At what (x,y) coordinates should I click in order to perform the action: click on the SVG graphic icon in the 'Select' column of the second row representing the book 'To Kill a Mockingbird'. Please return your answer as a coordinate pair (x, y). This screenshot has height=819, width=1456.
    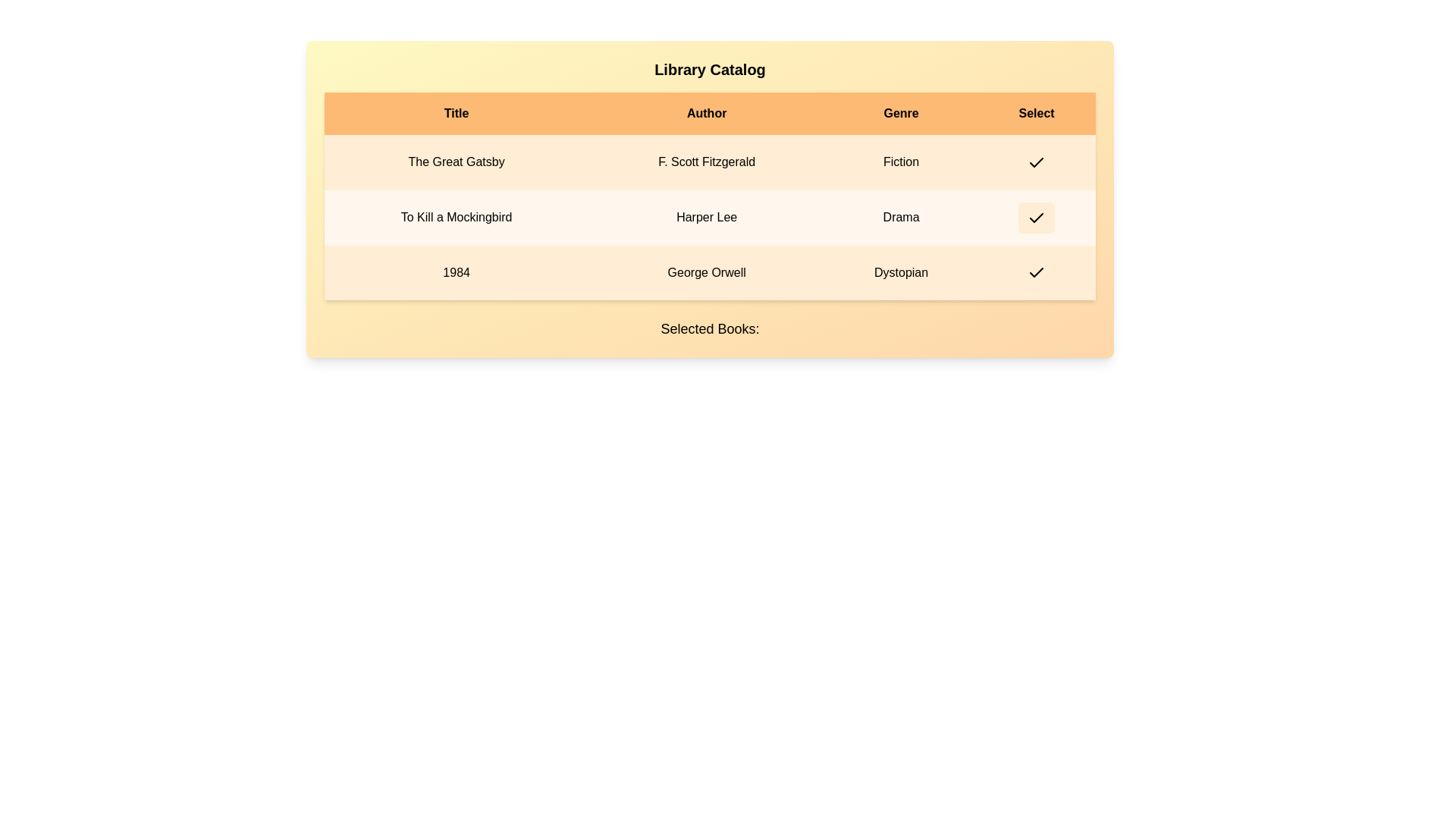
    Looking at the image, I should click on (1036, 218).